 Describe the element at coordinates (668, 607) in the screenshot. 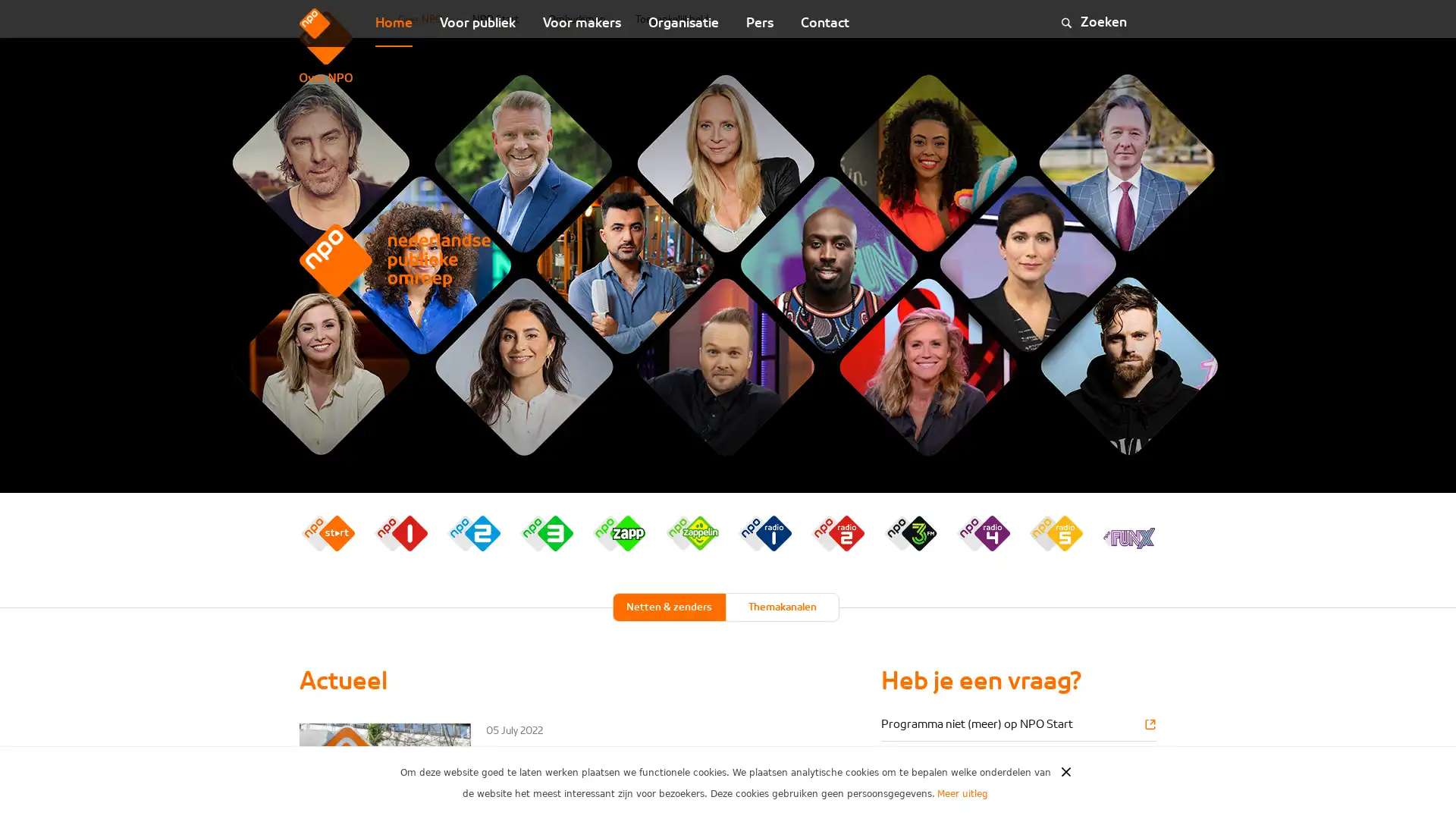

I see `Netten & zenders` at that location.